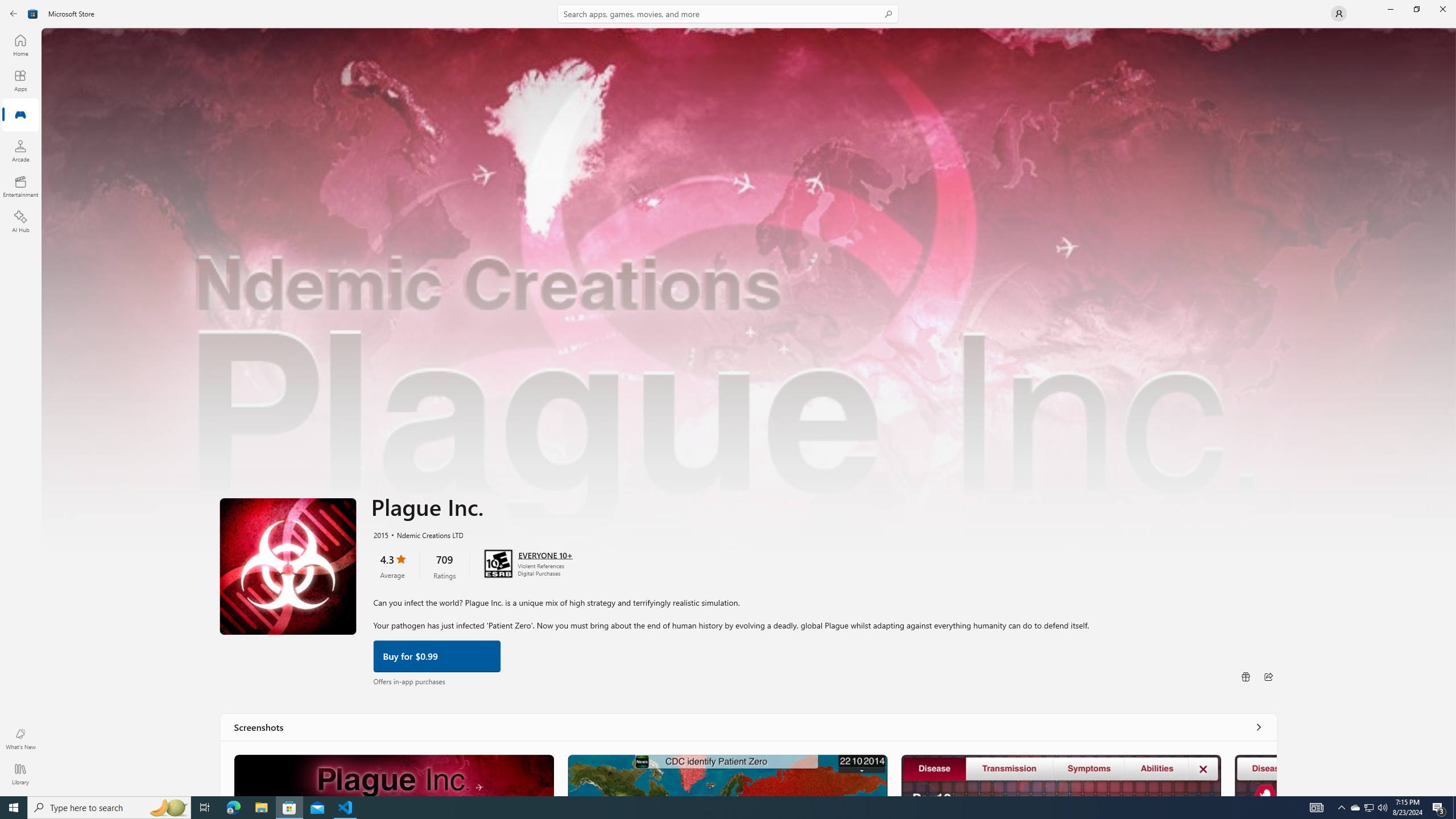 This screenshot has height=819, width=1456. Describe the element at coordinates (19, 738) in the screenshot. I see `'What'` at that location.